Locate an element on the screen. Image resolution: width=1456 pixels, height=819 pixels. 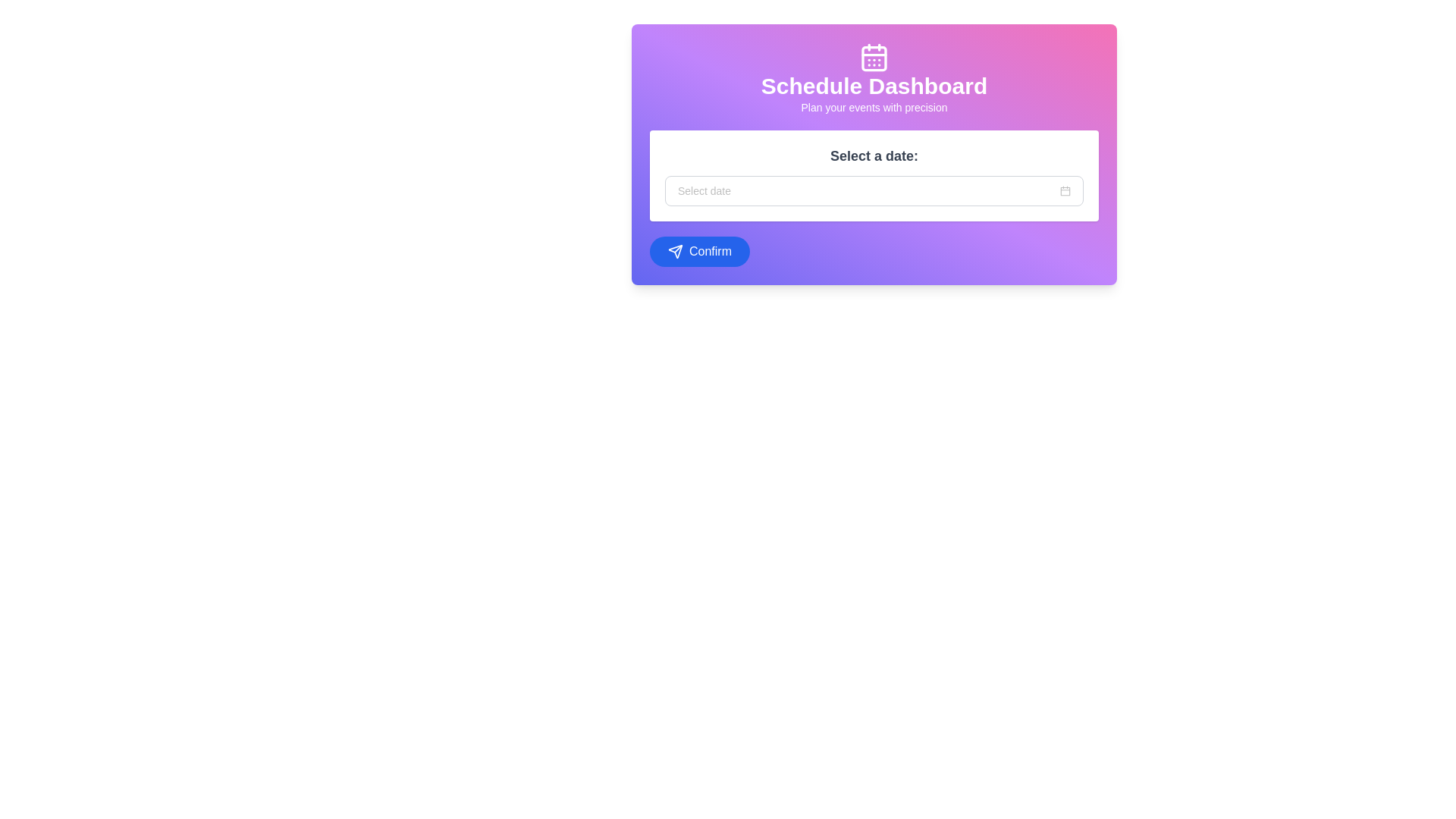
the date-picker input box labeled 'Select a date:' is located at coordinates (874, 174).